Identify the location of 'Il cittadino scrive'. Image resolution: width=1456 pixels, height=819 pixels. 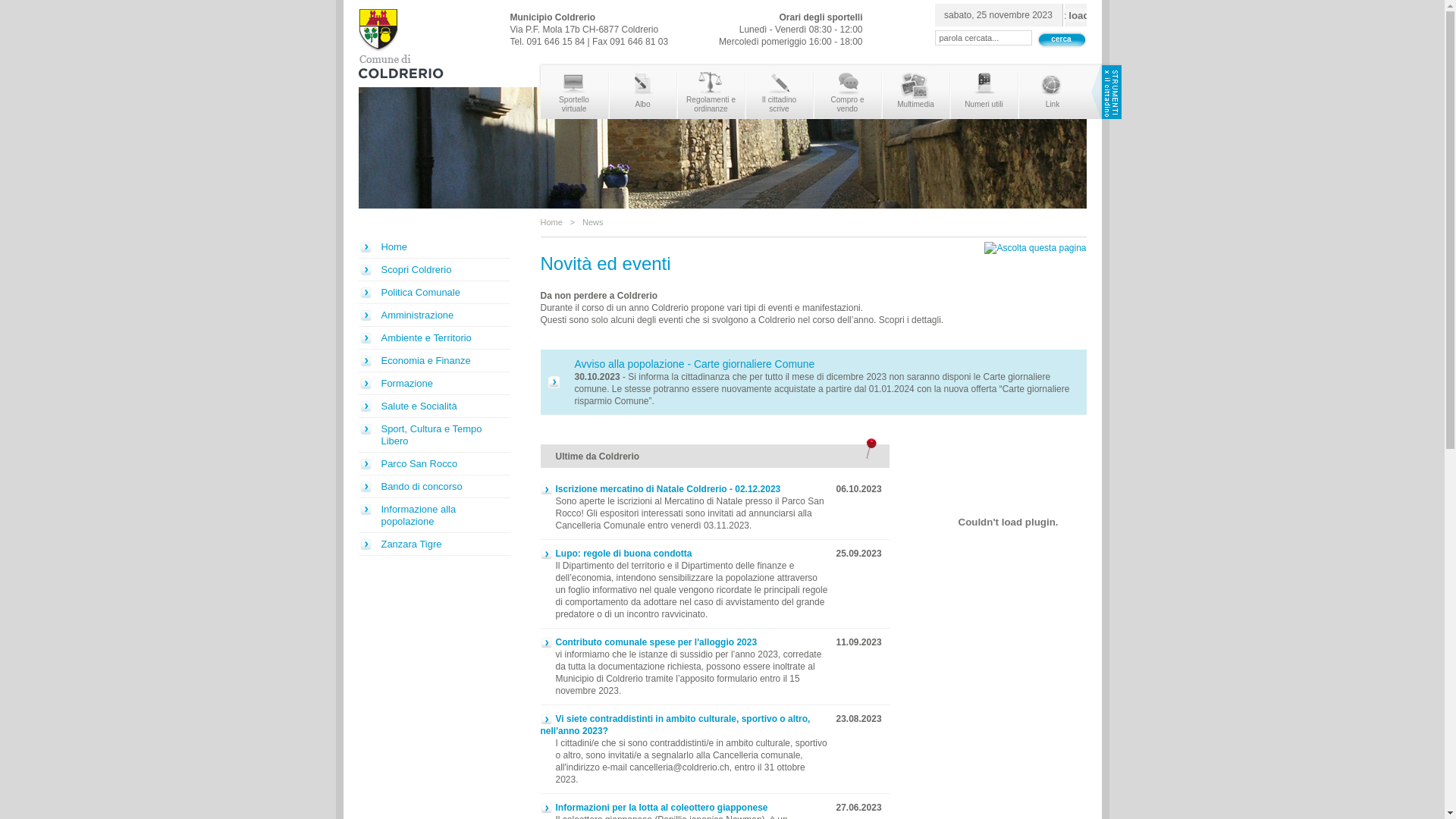
(779, 92).